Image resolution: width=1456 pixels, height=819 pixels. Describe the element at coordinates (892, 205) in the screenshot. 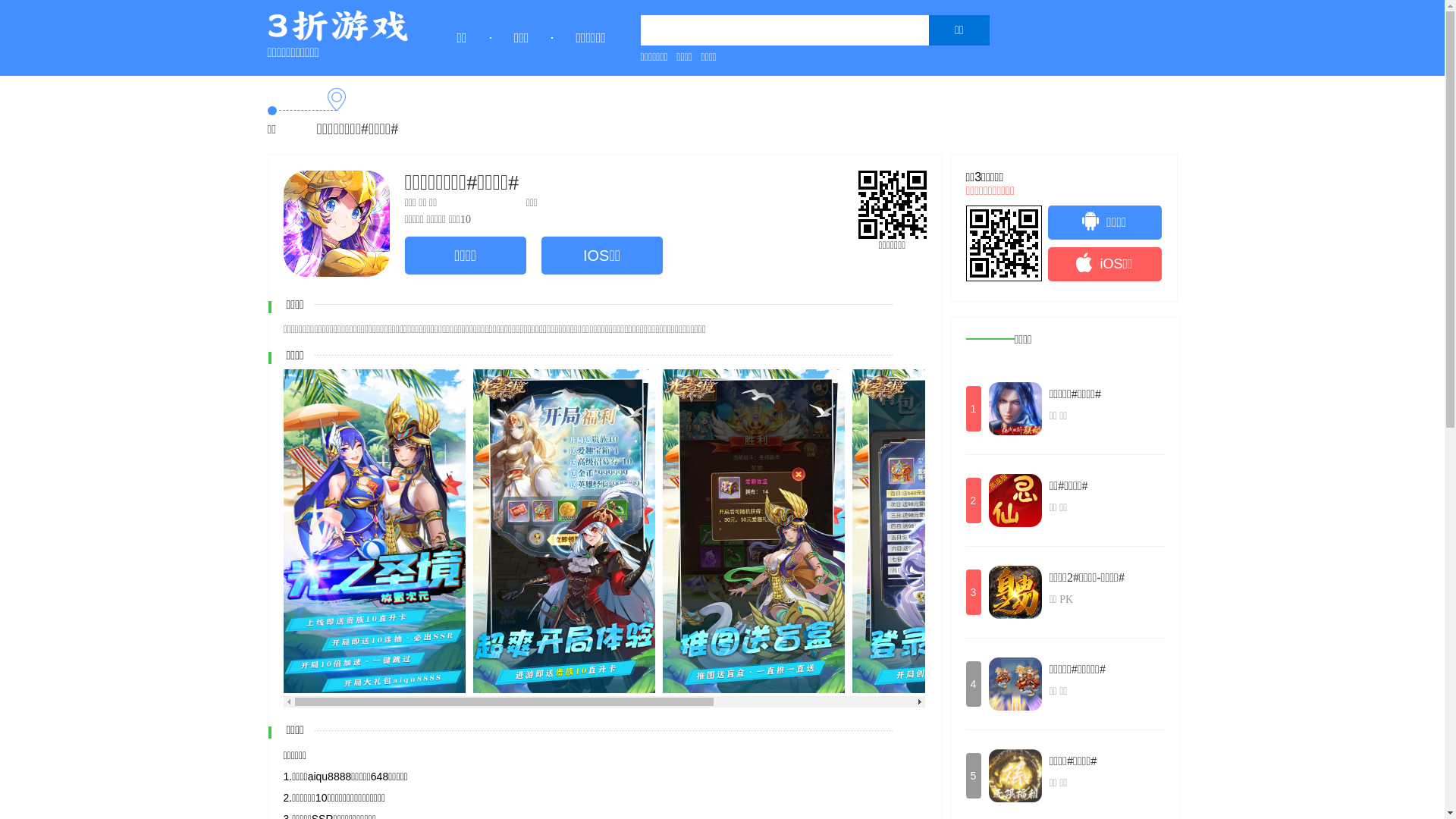

I see `'http://www.3zhe.com/'` at that location.